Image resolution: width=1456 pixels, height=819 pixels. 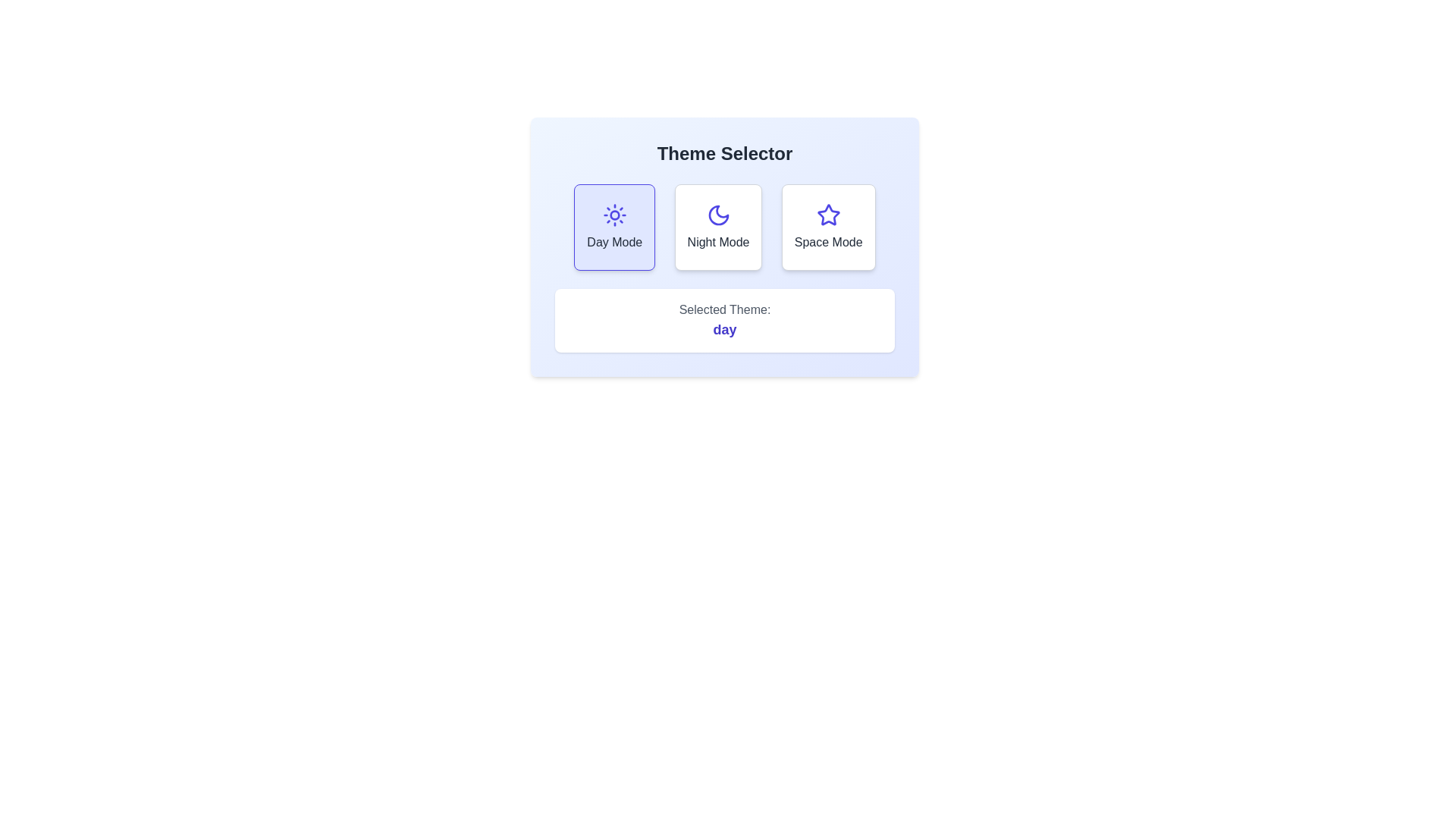 What do you see at coordinates (827, 227) in the screenshot?
I see `the rectangular button labeled 'Space Mode', which features an indigo star icon above the text and is the rightmost button in a group of three` at bounding box center [827, 227].